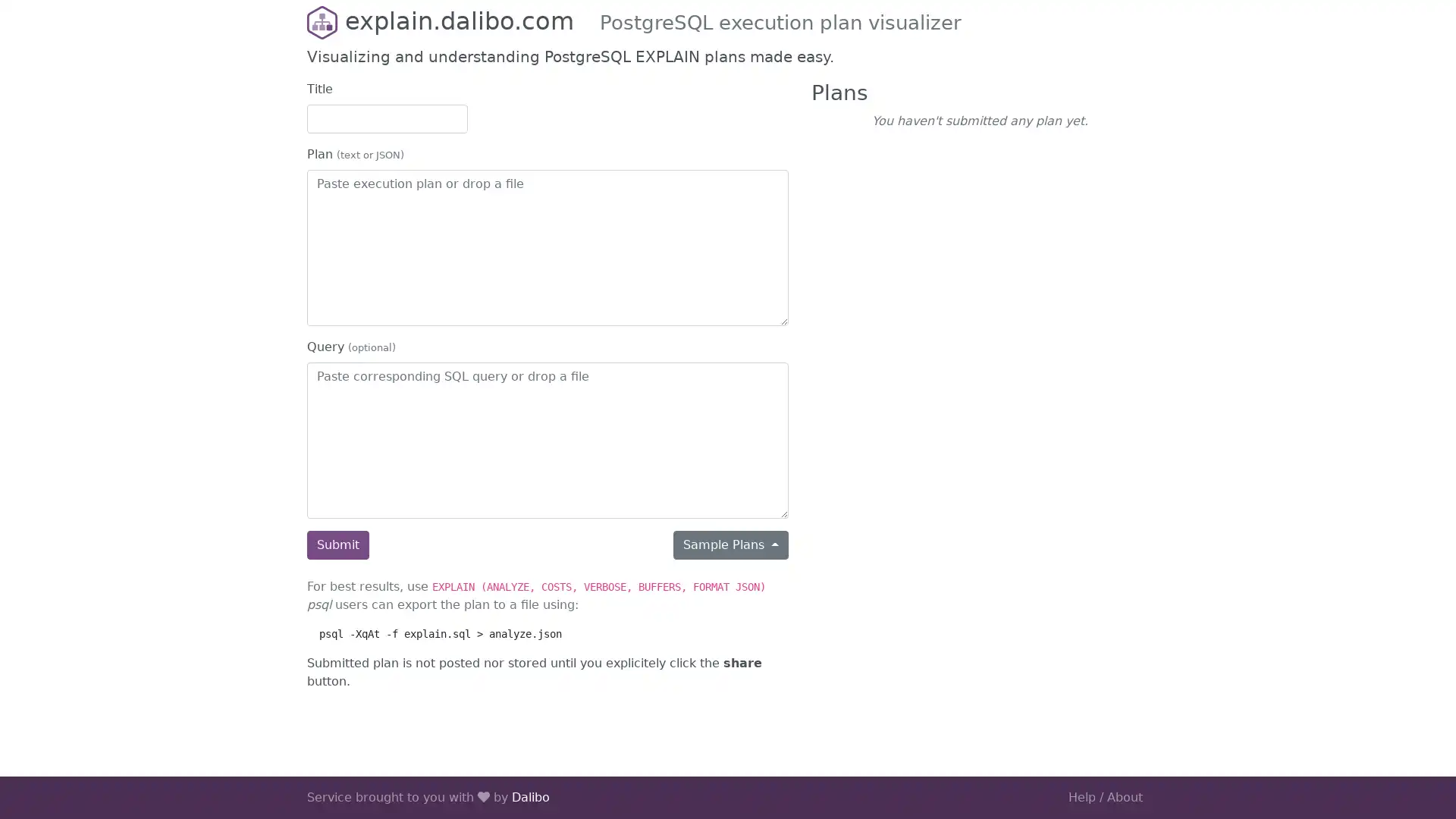 The image size is (1456, 819). Describe the element at coordinates (337, 544) in the screenshot. I see `Submit` at that location.